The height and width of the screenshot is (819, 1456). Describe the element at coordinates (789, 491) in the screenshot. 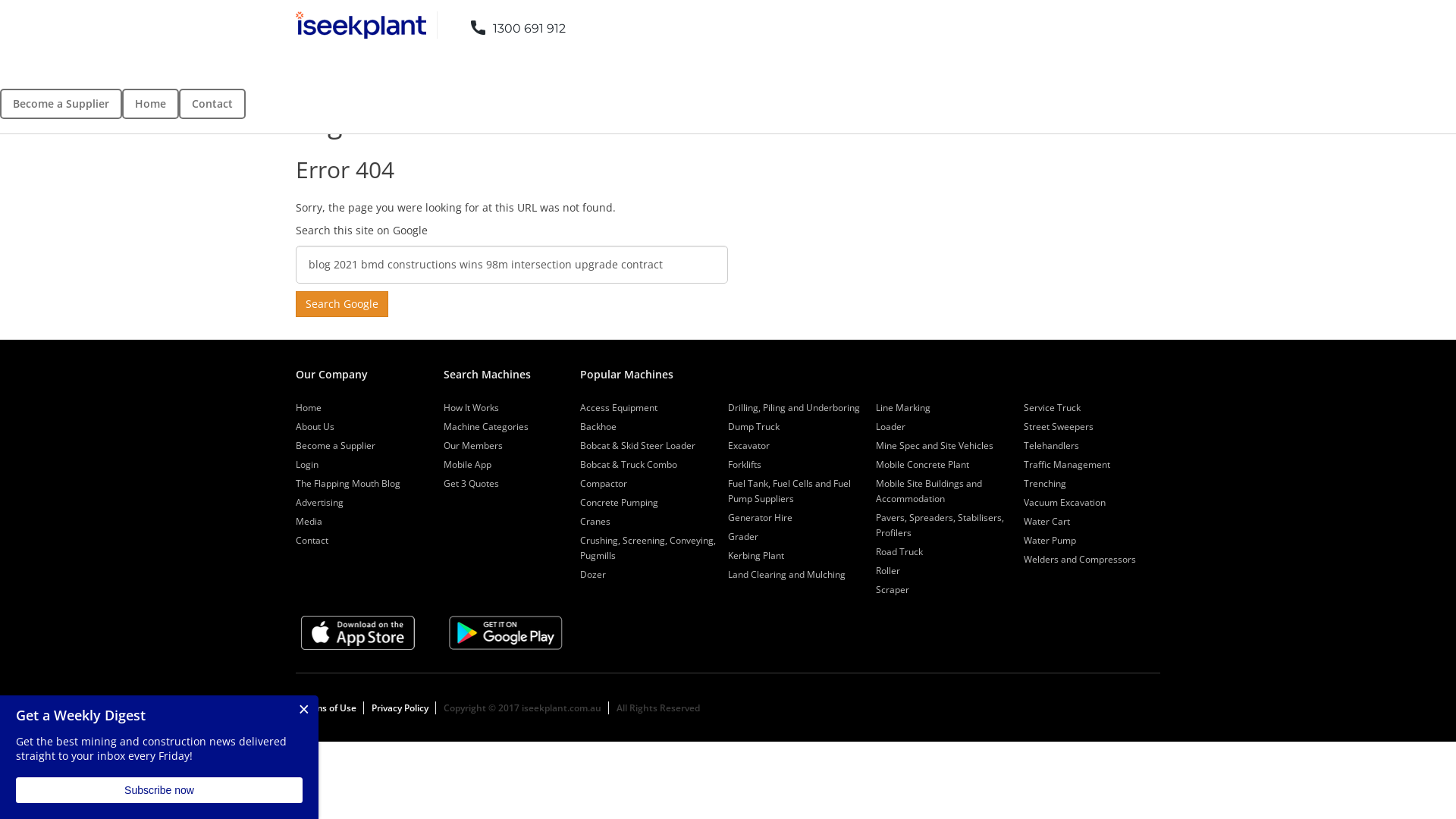

I see `'Fuel Tank, Fuel Cells and Fuel Pump Suppliers'` at that location.